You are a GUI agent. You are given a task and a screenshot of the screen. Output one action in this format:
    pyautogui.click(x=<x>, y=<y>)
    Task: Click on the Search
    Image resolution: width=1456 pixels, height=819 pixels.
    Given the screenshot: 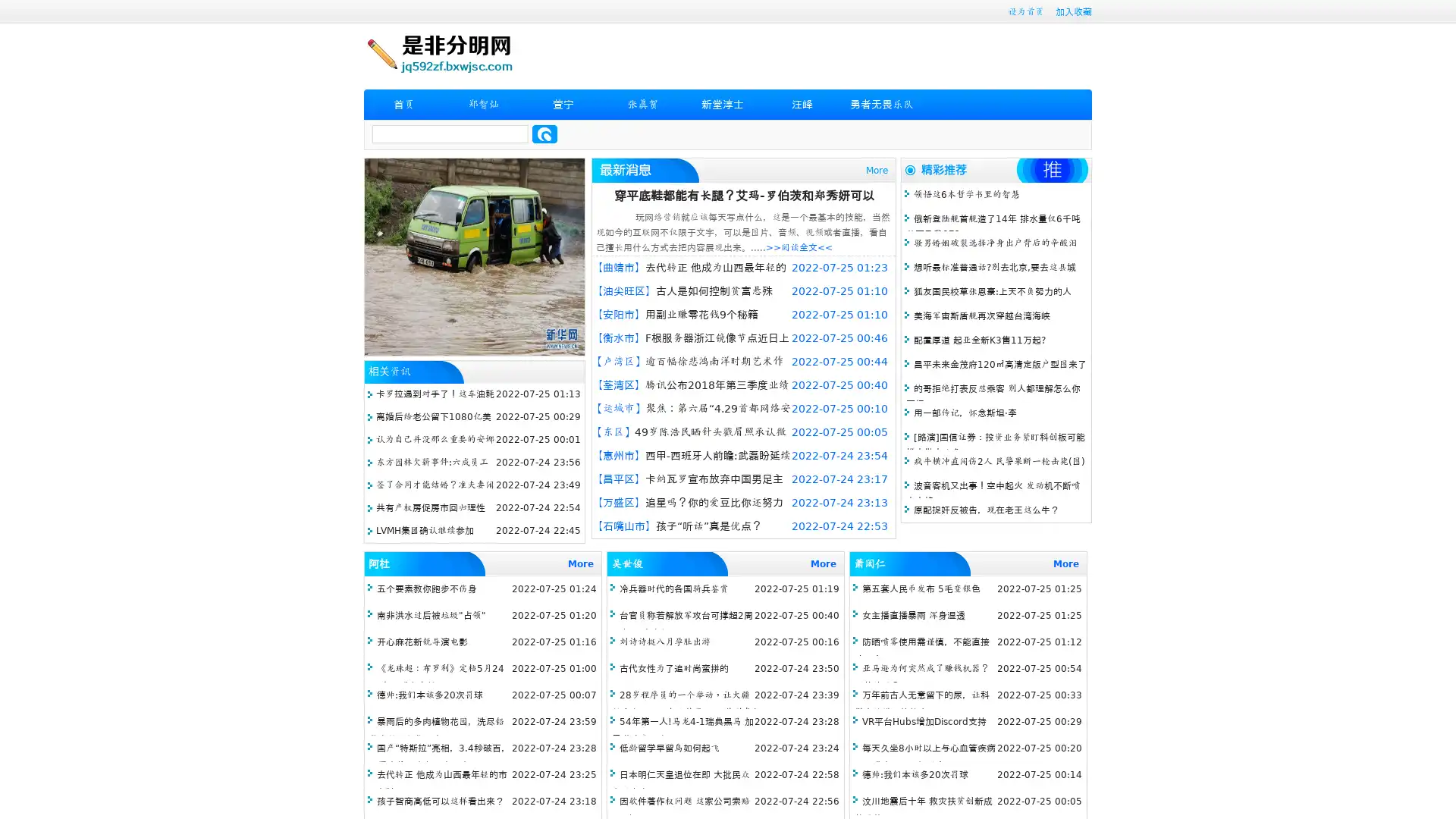 What is the action you would take?
    pyautogui.click(x=544, y=133)
    